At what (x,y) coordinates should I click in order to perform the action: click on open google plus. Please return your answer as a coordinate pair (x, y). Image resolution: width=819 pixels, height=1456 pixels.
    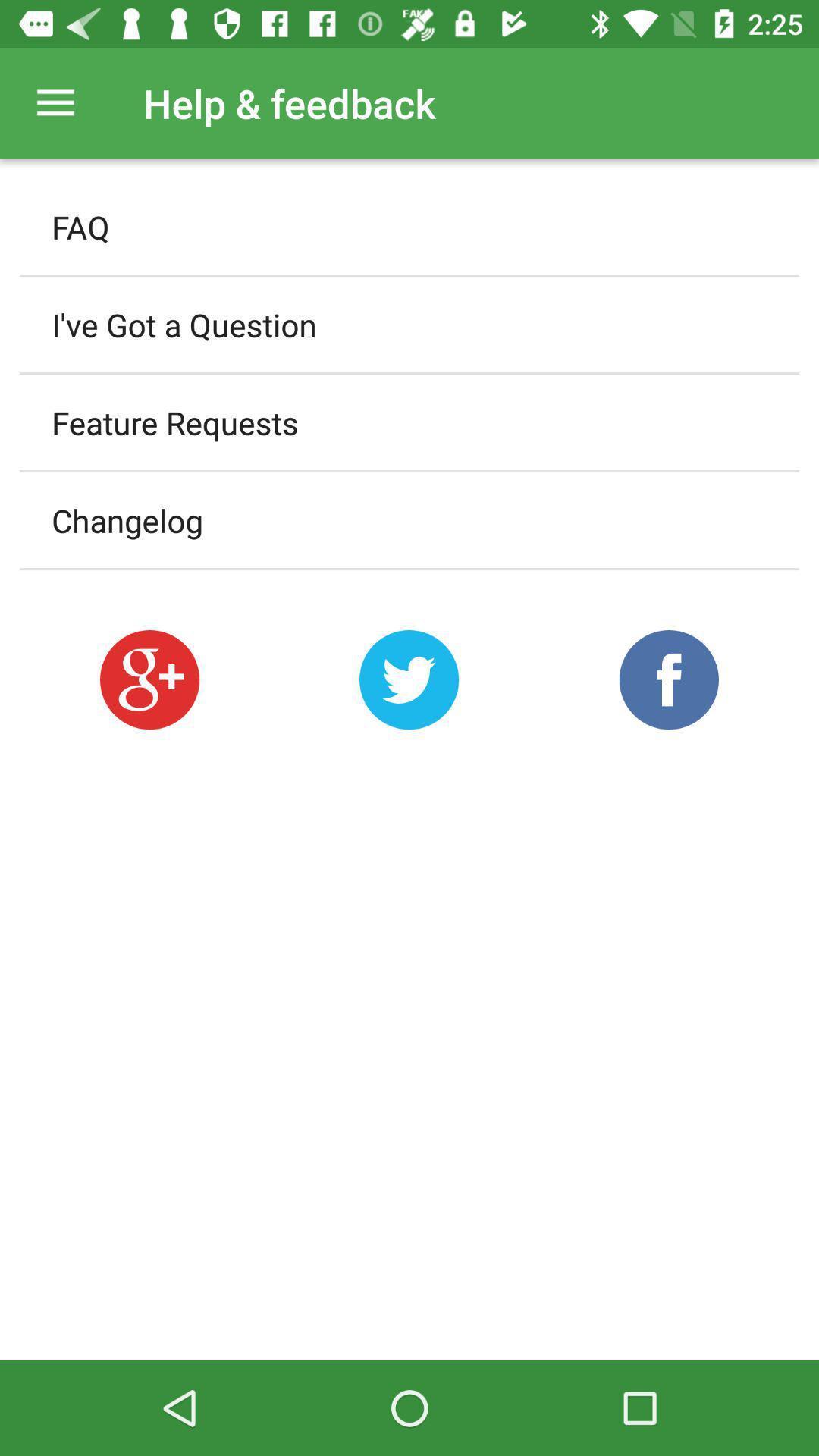
    Looking at the image, I should click on (149, 679).